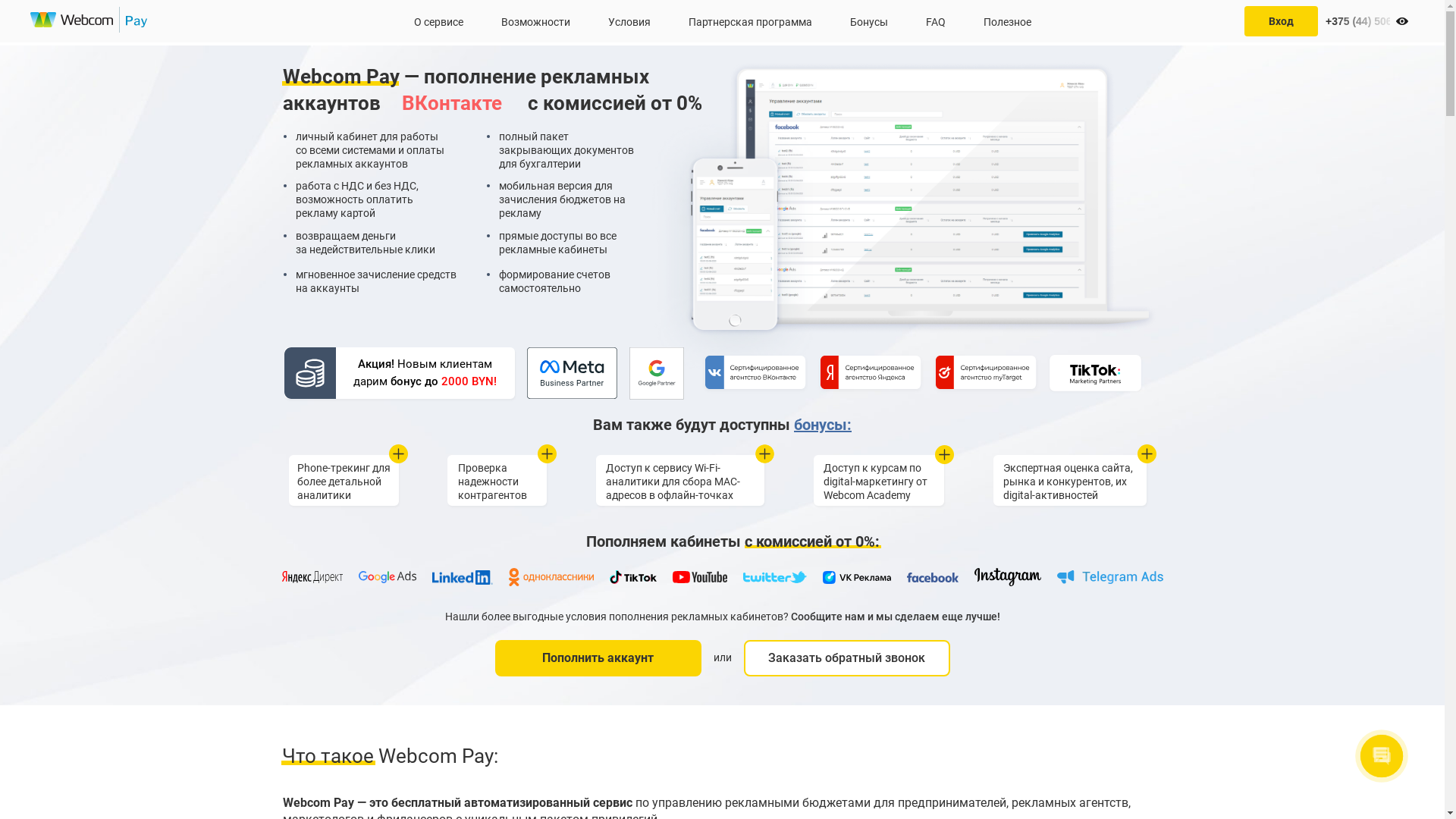 Image resolution: width=1456 pixels, height=819 pixels. What do you see at coordinates (934, 20) in the screenshot?
I see `'FAQ'` at bounding box center [934, 20].